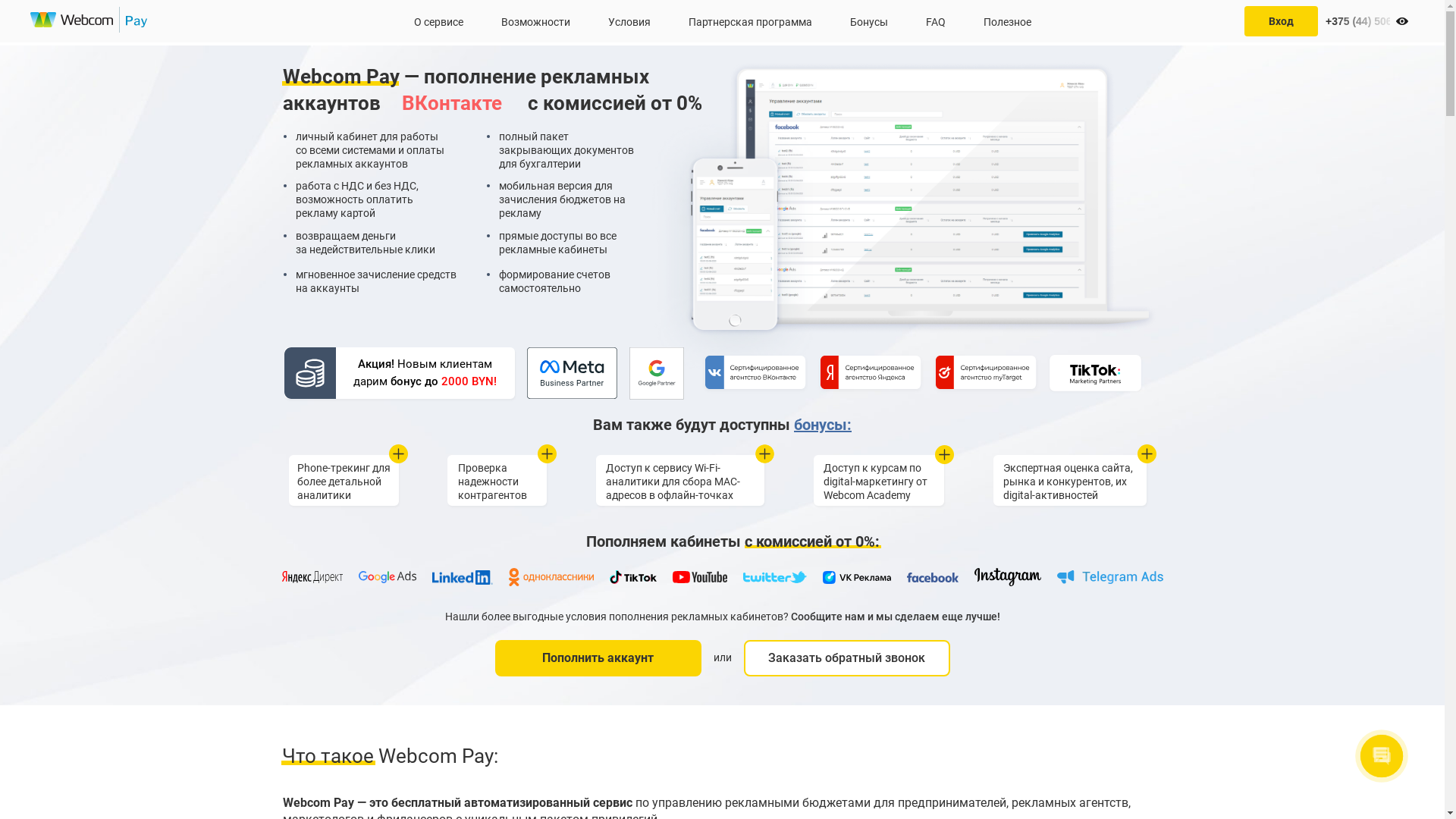 Image resolution: width=1456 pixels, height=819 pixels. What do you see at coordinates (934, 20) in the screenshot?
I see `'FAQ'` at bounding box center [934, 20].